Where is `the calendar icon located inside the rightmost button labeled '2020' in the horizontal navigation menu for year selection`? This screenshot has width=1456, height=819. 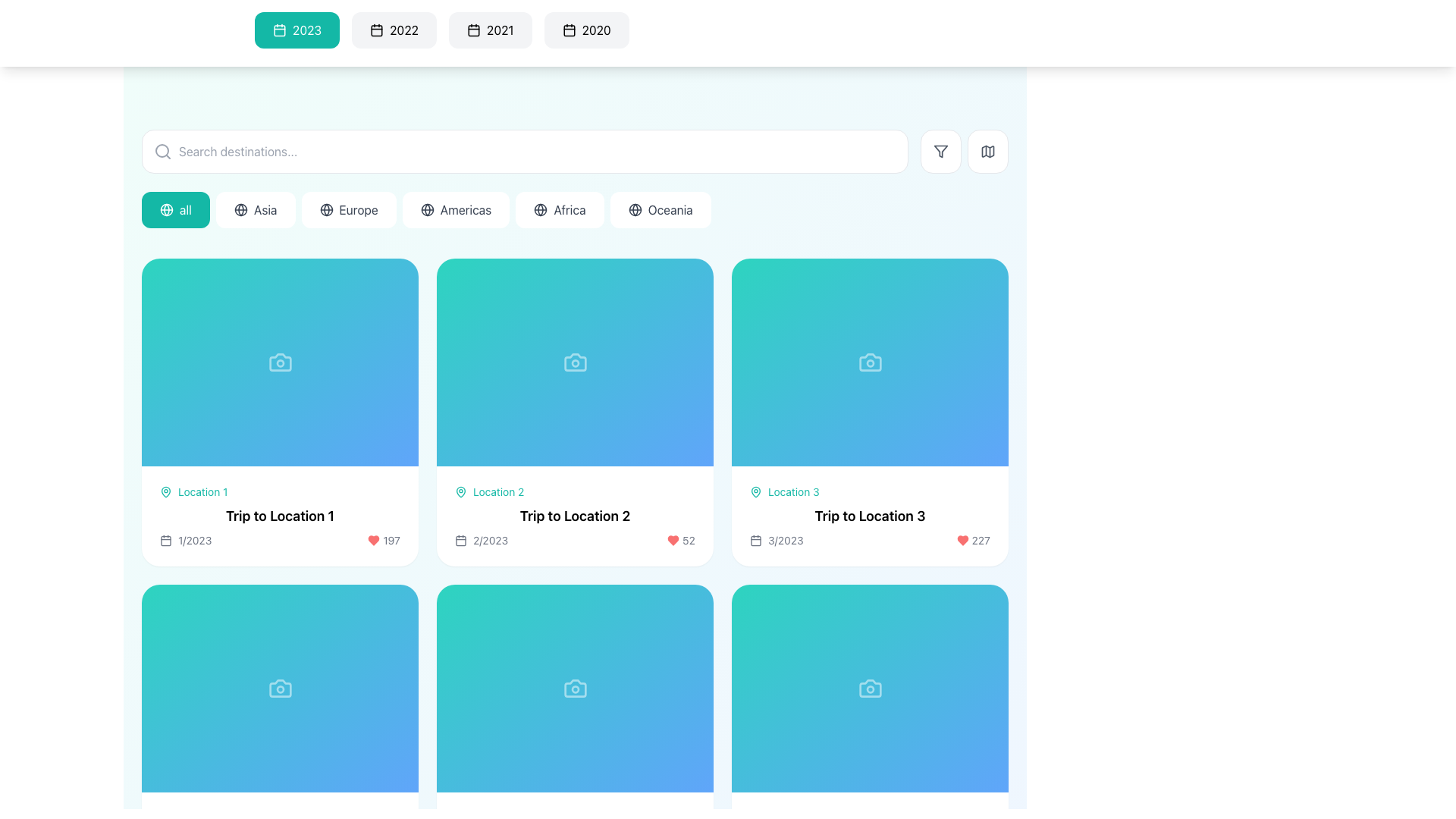 the calendar icon located inside the rightmost button labeled '2020' in the horizontal navigation menu for year selection is located at coordinates (568, 30).